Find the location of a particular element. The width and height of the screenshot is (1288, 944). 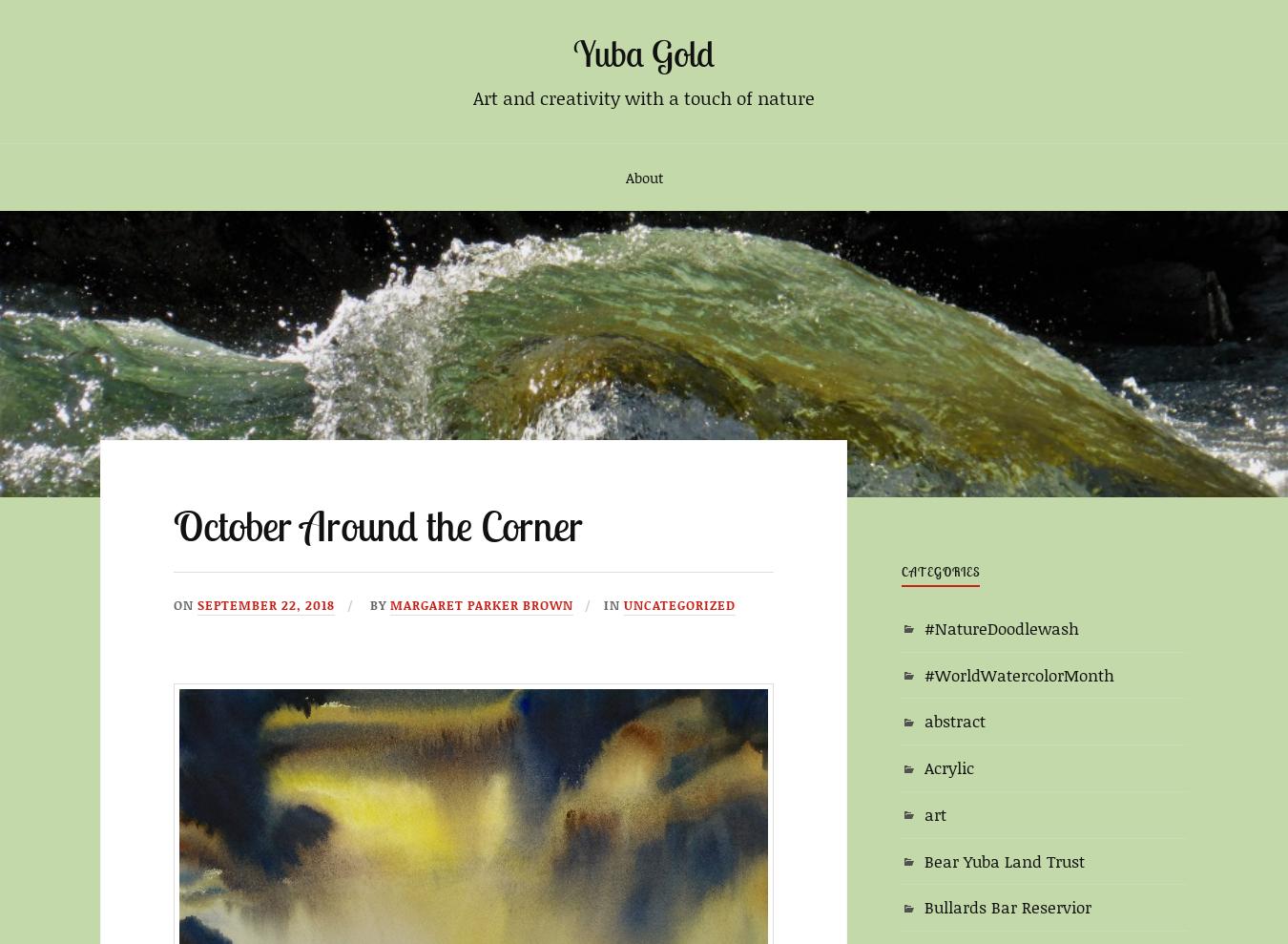

'#WorldWatercolorMonth' is located at coordinates (1019, 673).